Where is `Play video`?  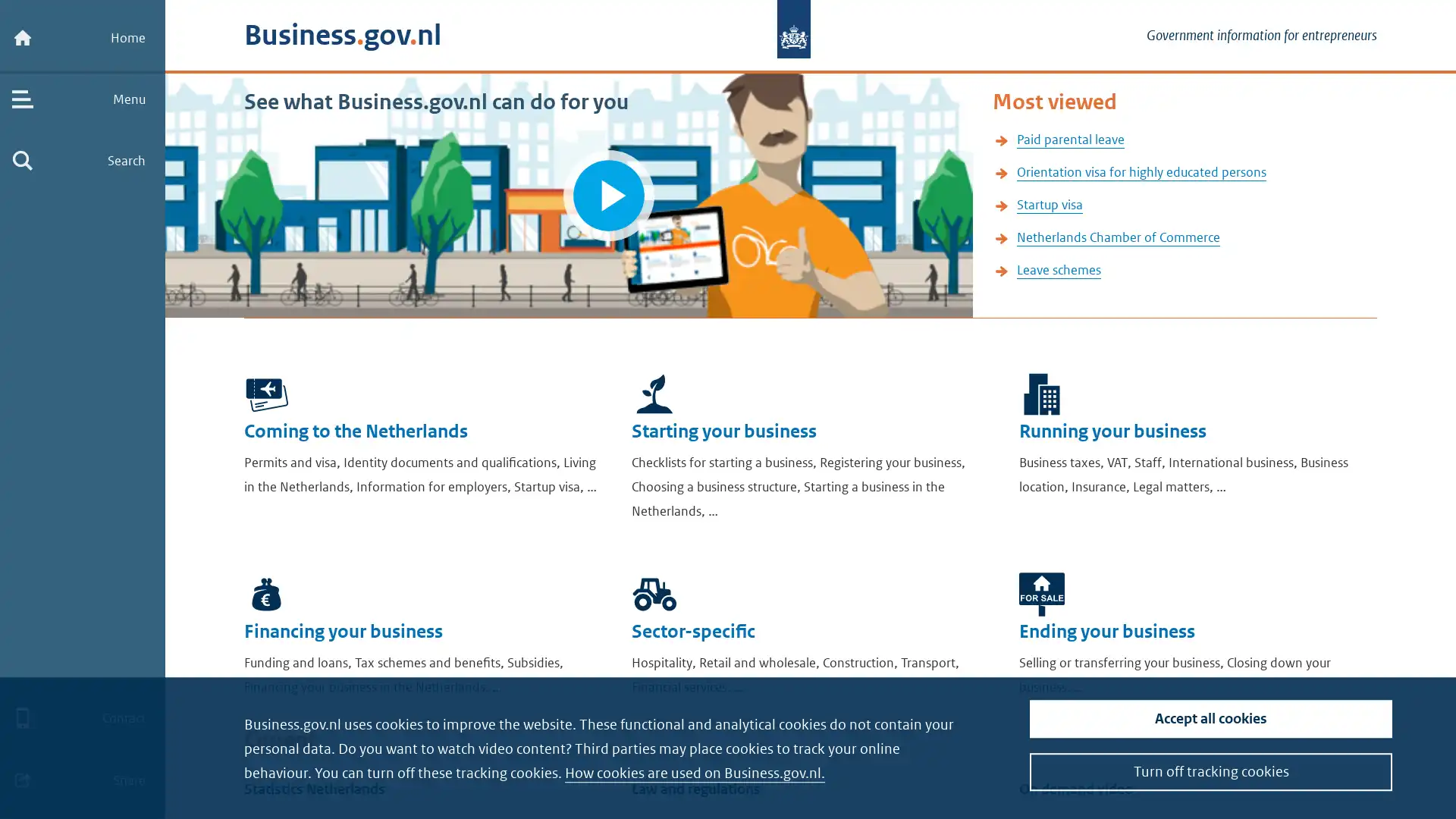 Play video is located at coordinates (607, 195).